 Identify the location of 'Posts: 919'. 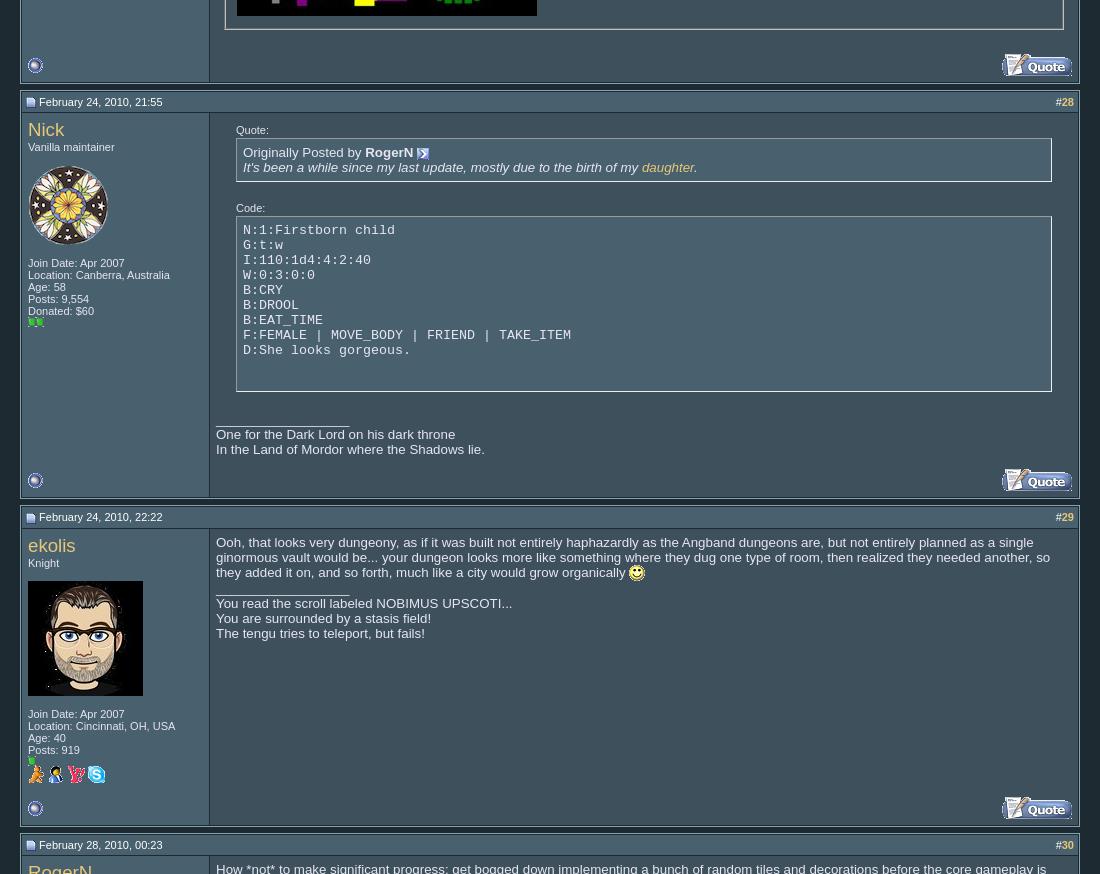
(52, 748).